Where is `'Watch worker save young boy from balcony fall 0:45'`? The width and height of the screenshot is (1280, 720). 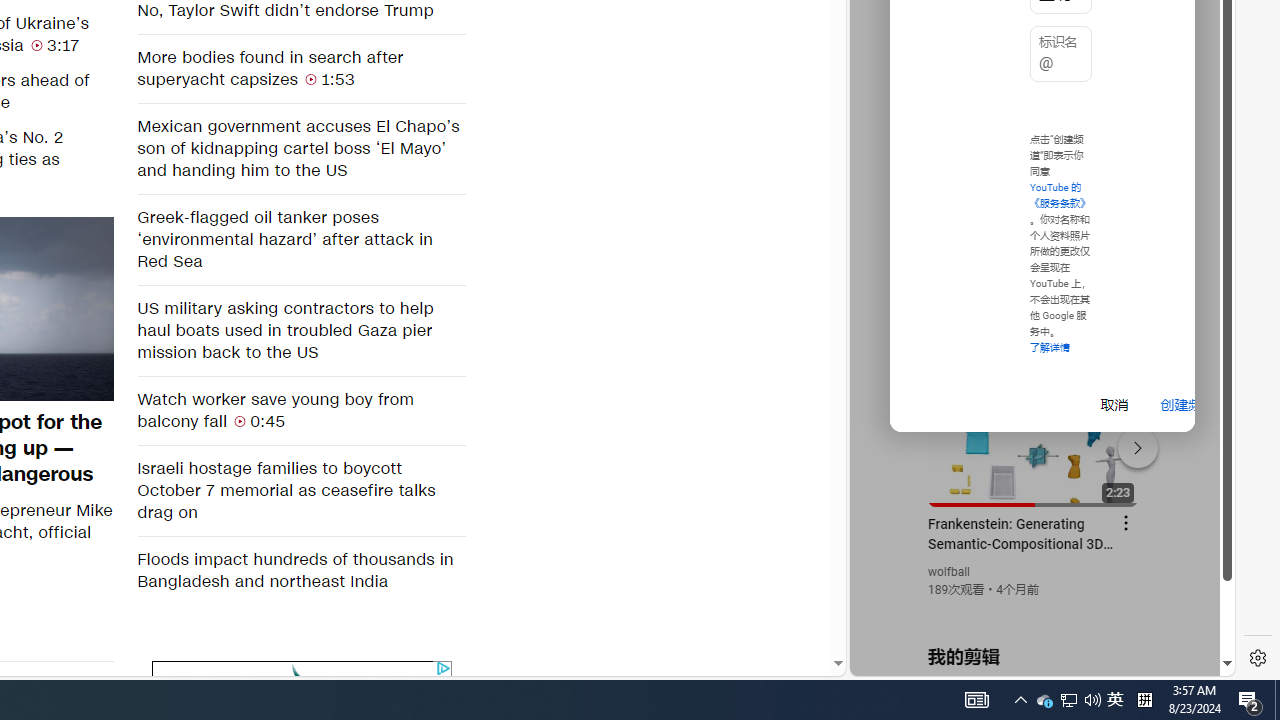
'Watch worker save young boy from balcony fall 0:45' is located at coordinates (300, 409).